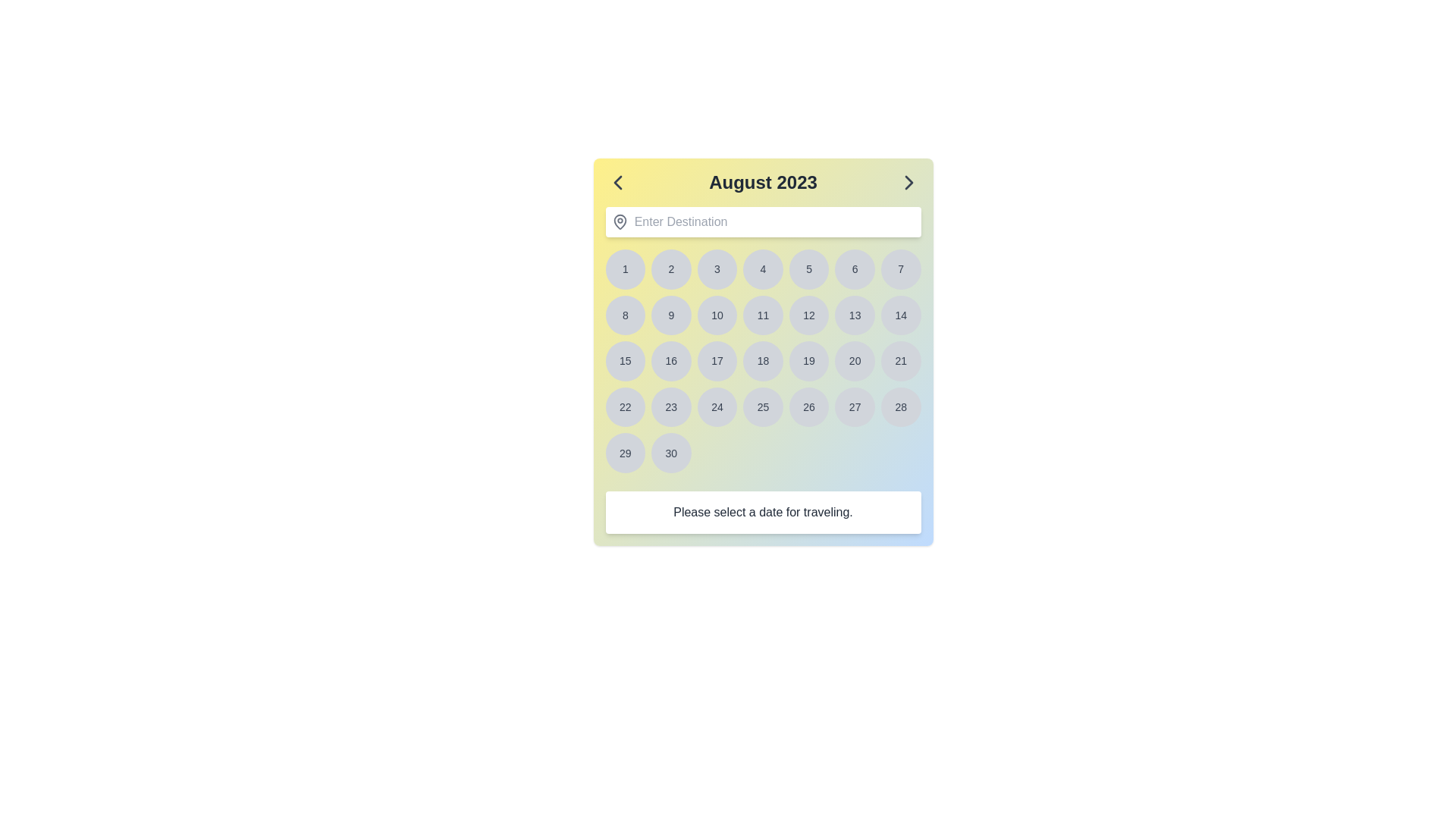 This screenshot has height=819, width=1456. What do you see at coordinates (716, 268) in the screenshot?
I see `the circular button labeled '3'` at bounding box center [716, 268].